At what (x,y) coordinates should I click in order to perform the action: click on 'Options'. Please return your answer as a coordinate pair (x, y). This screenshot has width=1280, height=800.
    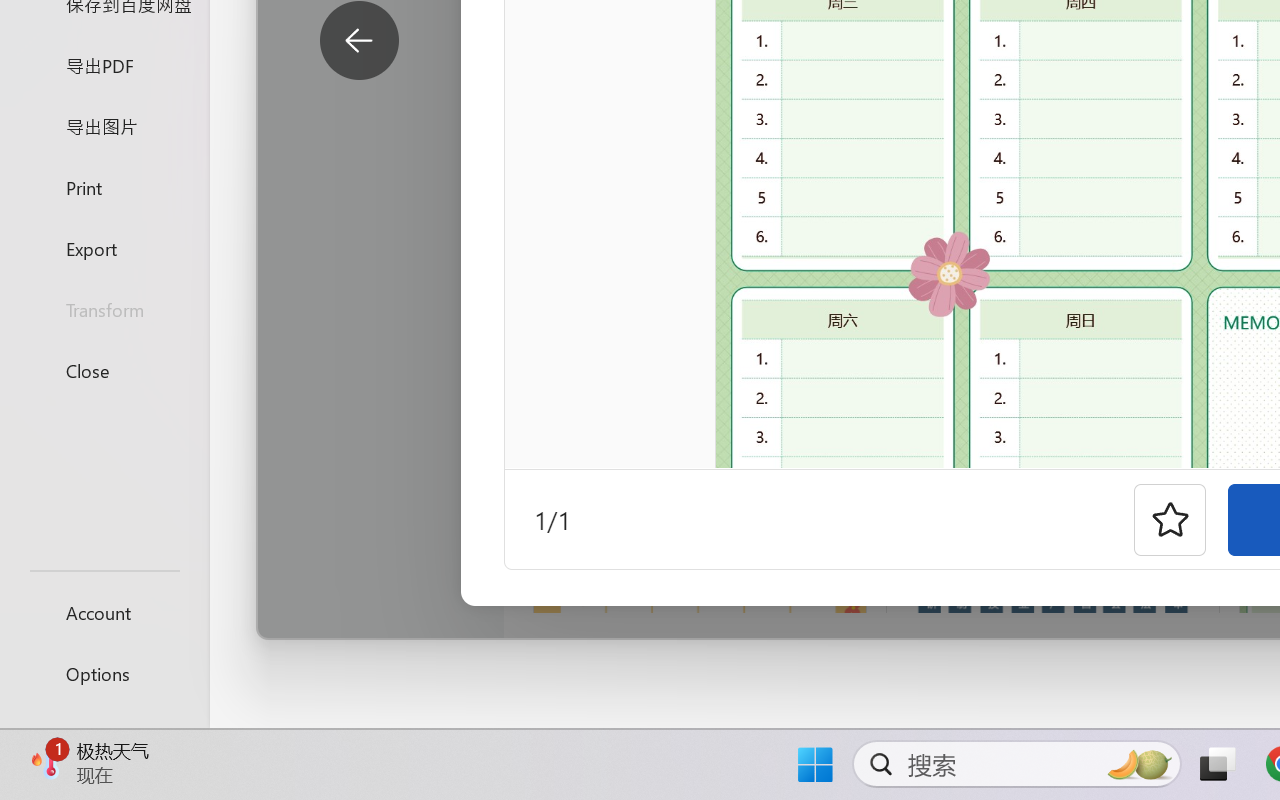
    Looking at the image, I should click on (103, 673).